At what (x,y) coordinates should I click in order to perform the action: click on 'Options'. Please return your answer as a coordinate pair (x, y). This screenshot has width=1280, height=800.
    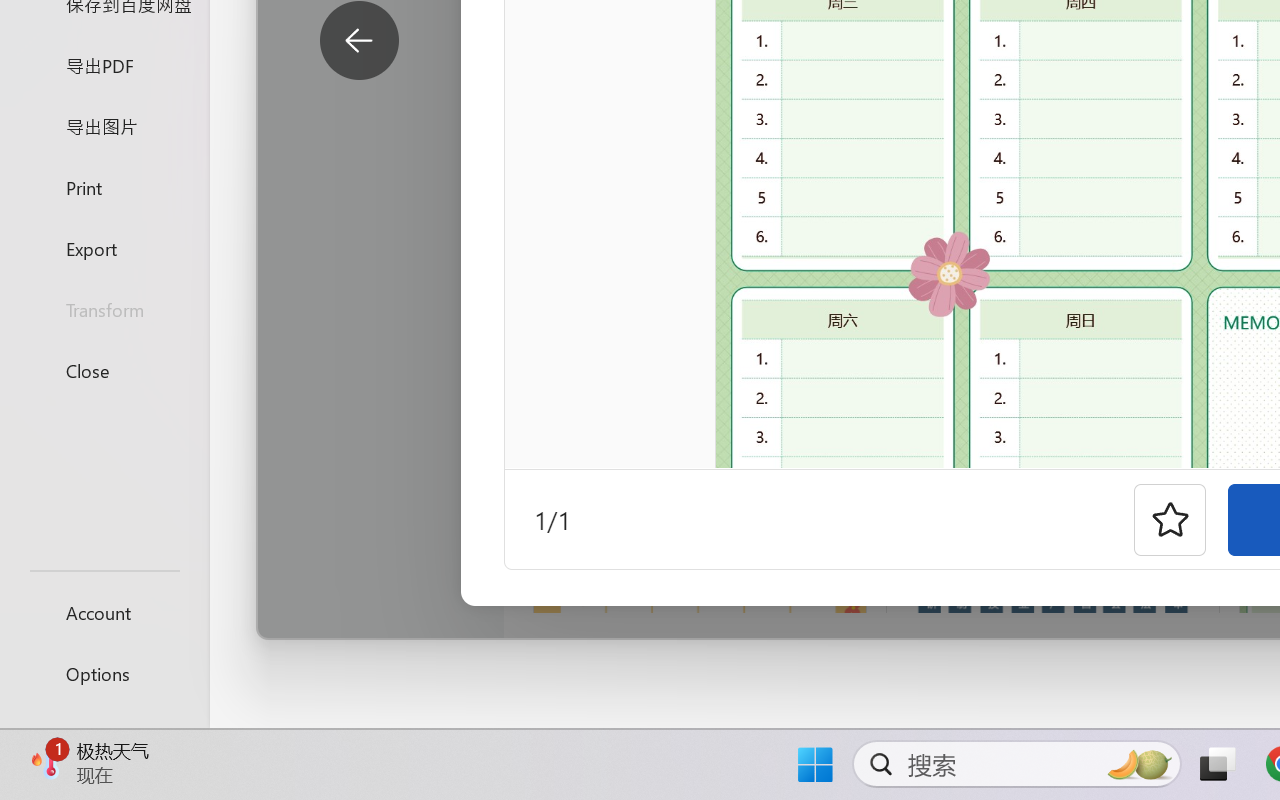
    Looking at the image, I should click on (103, 673).